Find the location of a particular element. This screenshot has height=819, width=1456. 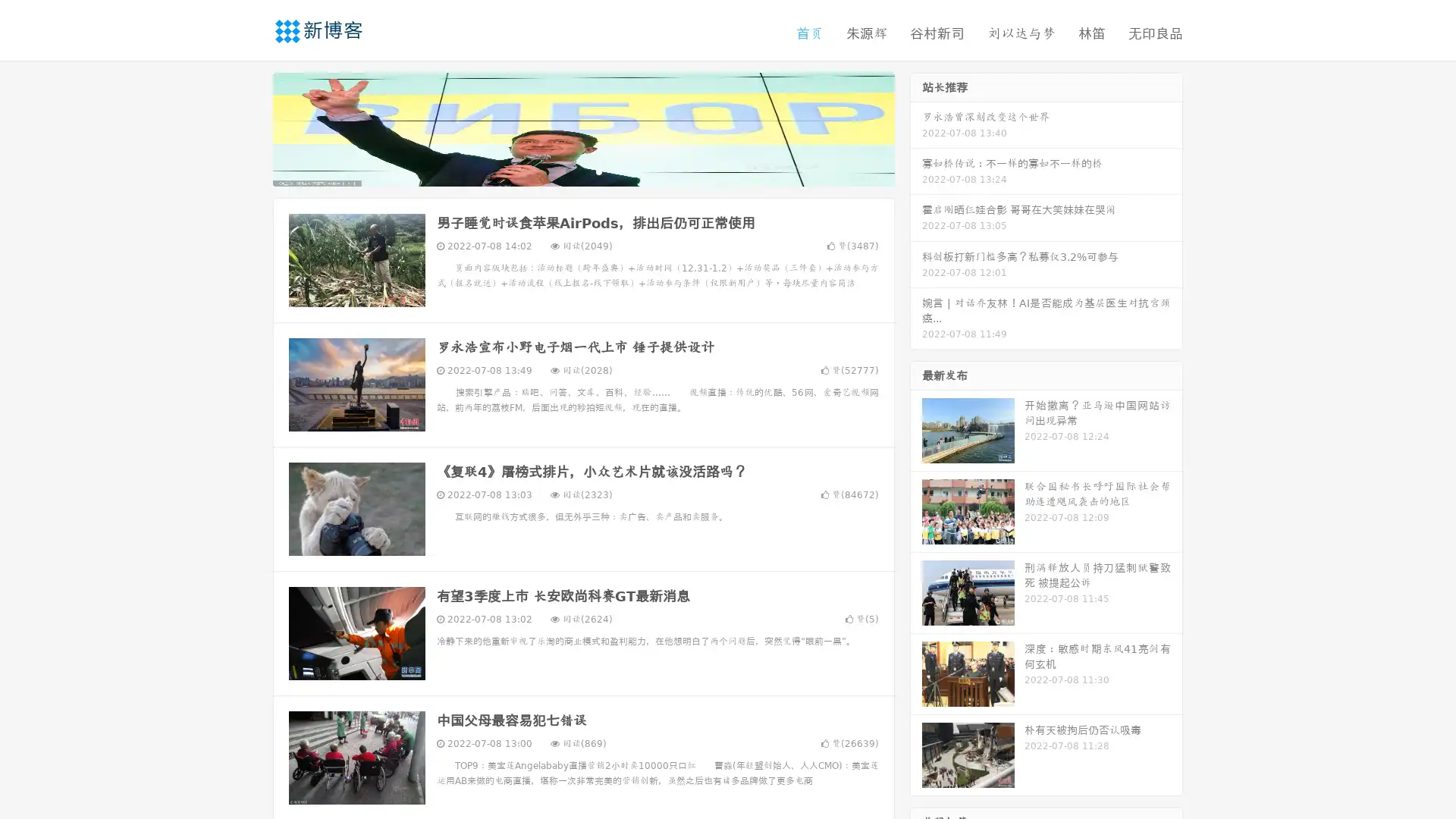

Go to slide 3 is located at coordinates (598, 171).